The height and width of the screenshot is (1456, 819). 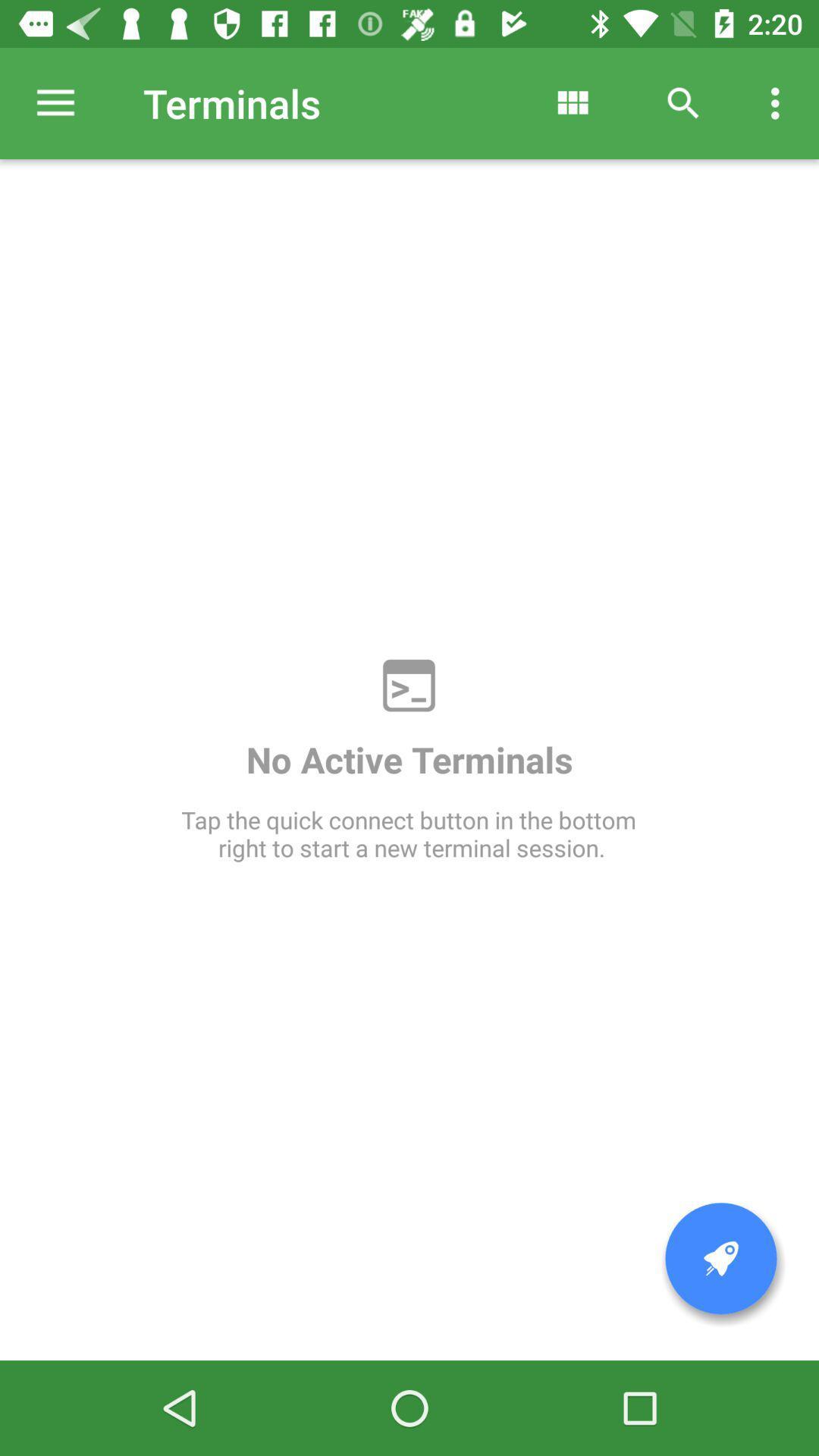 I want to click on icon to the right of terminals item, so click(x=572, y=102).